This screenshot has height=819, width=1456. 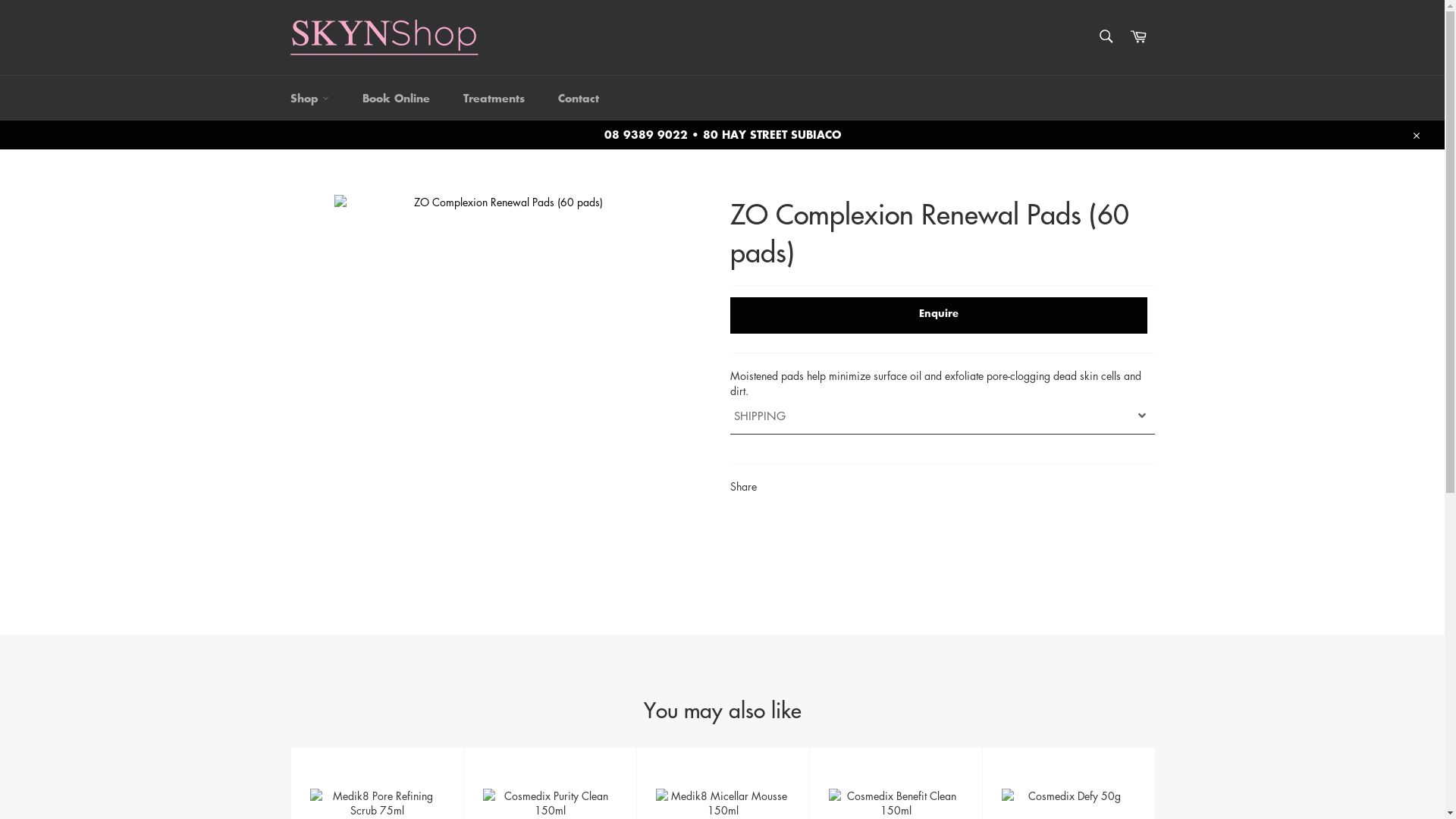 I want to click on 'Close', so click(x=1414, y=133).